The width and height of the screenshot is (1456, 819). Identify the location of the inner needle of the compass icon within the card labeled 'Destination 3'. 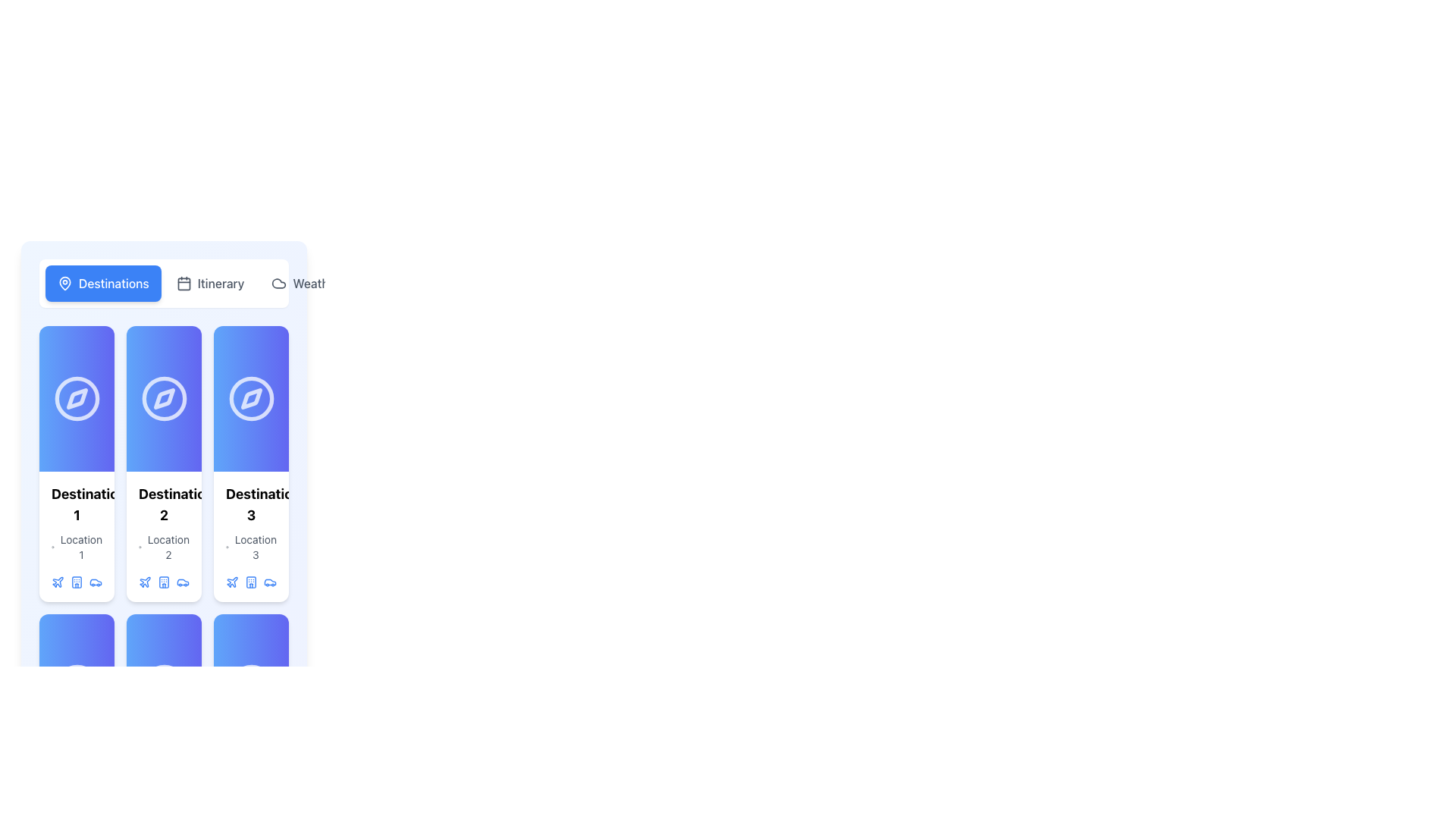
(251, 397).